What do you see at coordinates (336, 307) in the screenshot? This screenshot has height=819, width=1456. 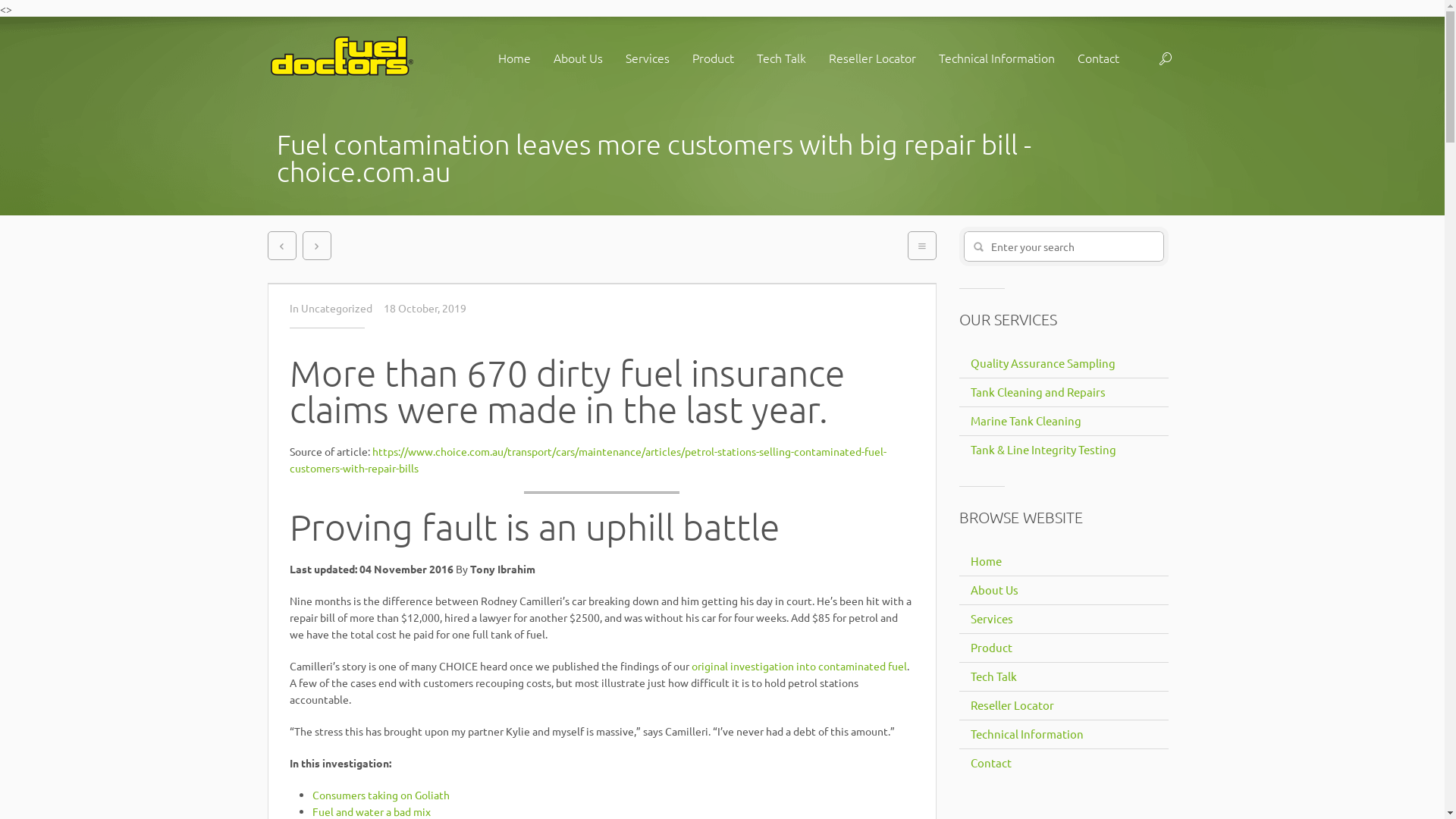 I see `'Uncategorized'` at bounding box center [336, 307].